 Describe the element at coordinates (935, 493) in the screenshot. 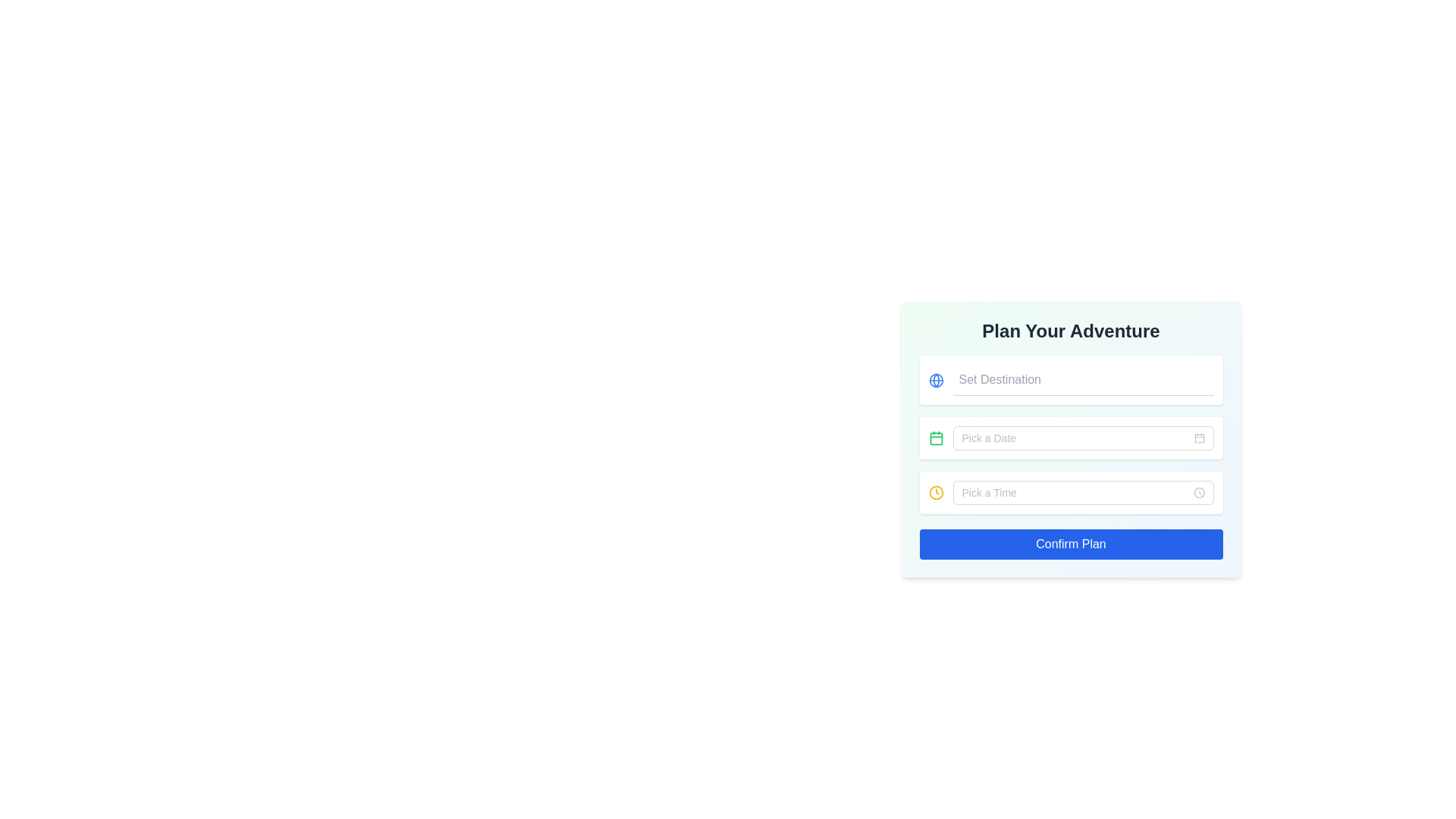

I see `the SVG circle element that serves as the outline of the time selection icon, located prominently on the left side of the 'Pick a Time' input field` at that location.